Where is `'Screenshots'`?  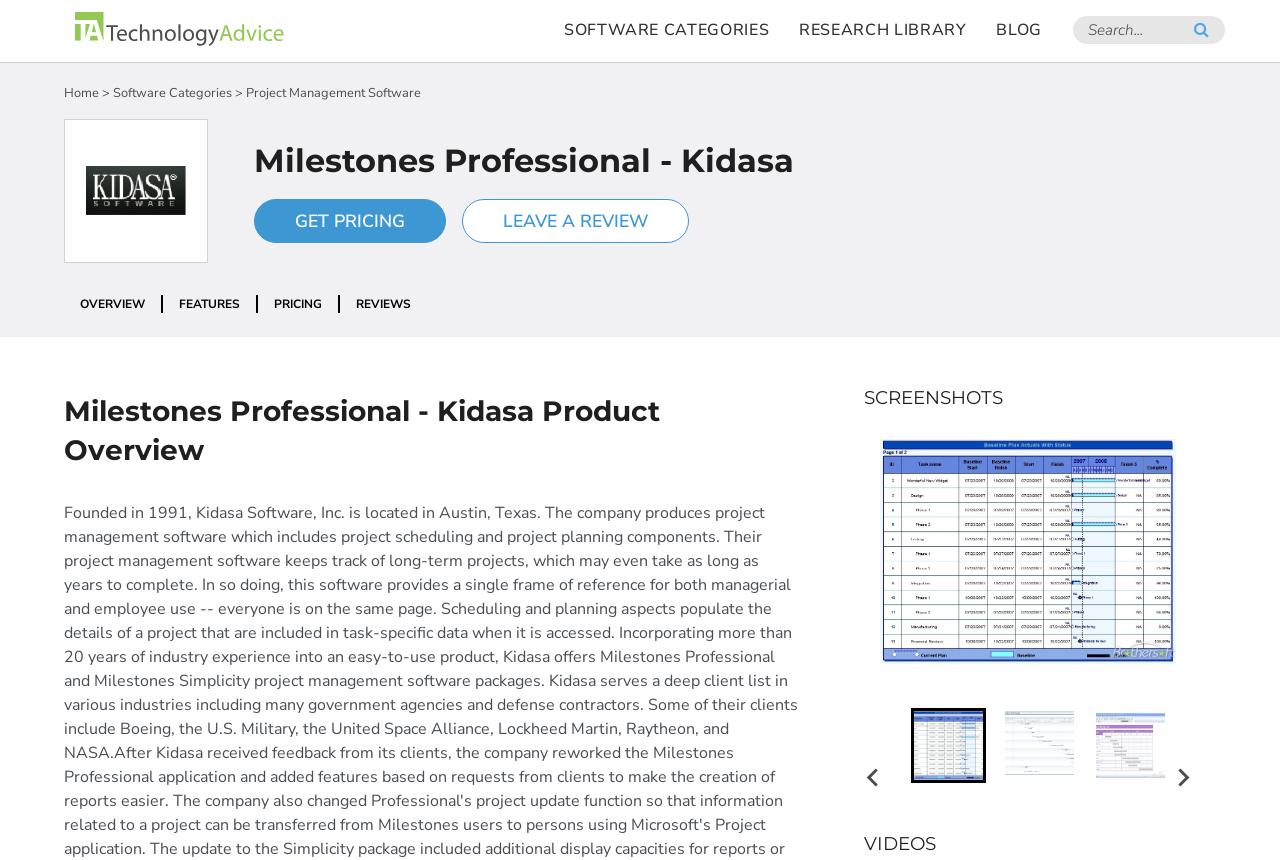 'Screenshots' is located at coordinates (932, 396).